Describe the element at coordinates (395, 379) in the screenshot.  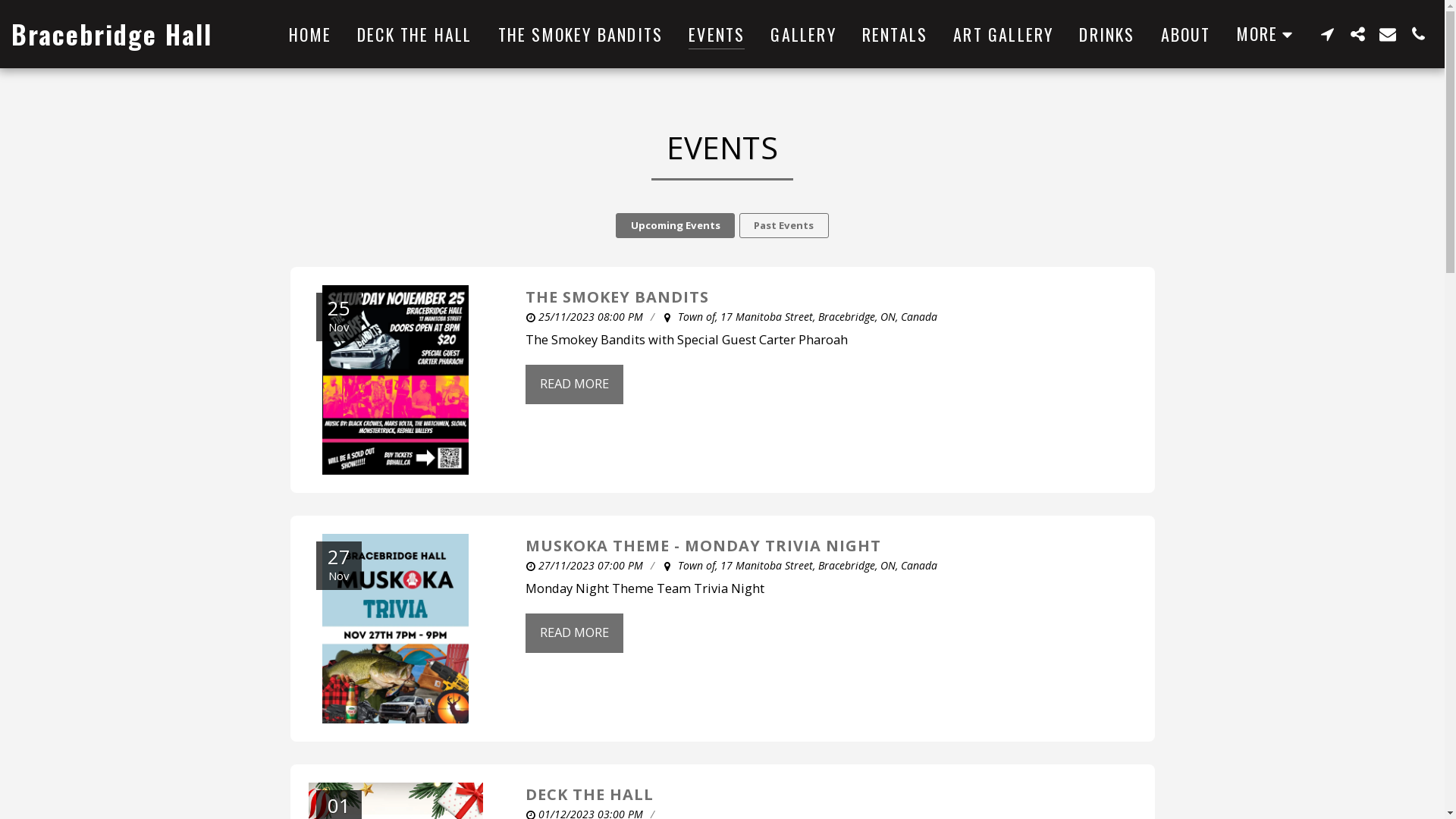
I see `'25` at that location.